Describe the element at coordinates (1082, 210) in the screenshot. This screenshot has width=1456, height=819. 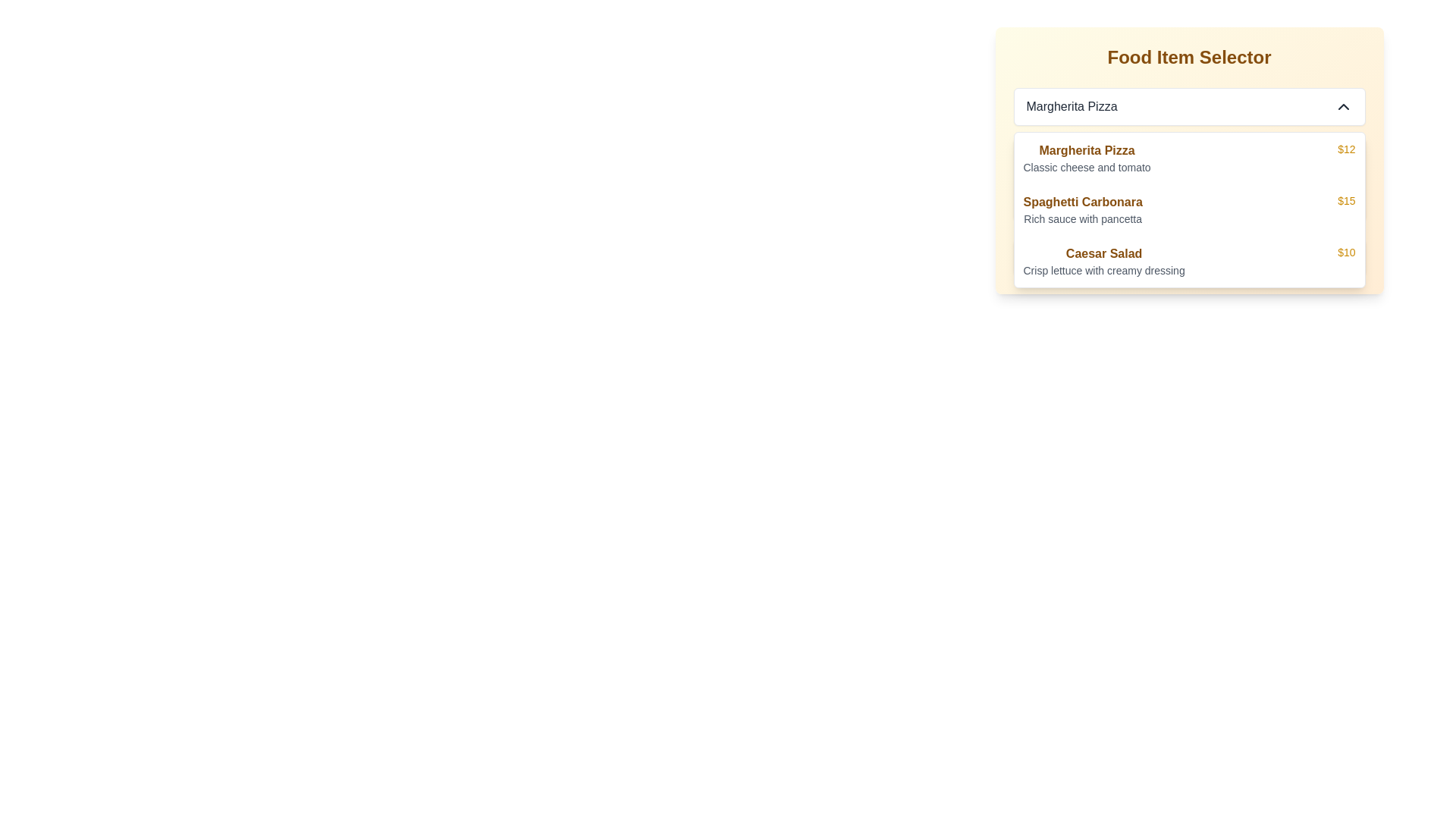
I see `the 'Spaghetti Carbonara' text block, which is the second item in the 'Food Item Selector' menu` at that location.